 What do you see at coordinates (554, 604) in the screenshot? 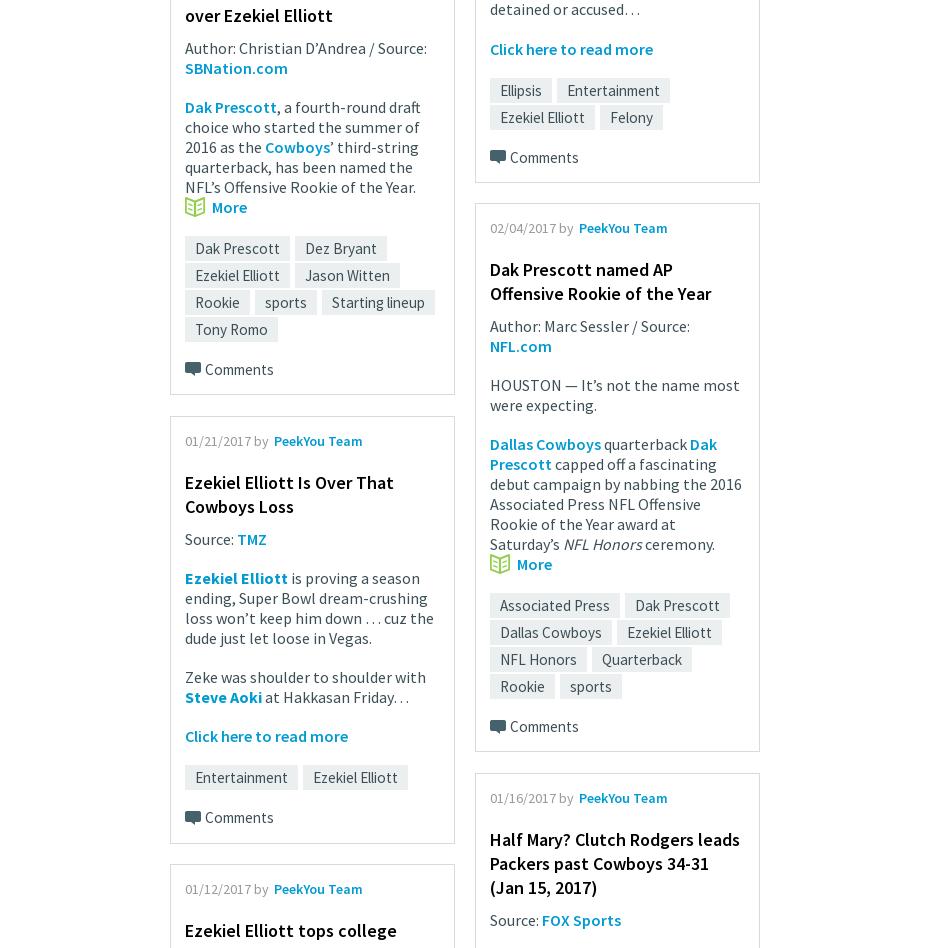
I see `'Associated Press'` at bounding box center [554, 604].